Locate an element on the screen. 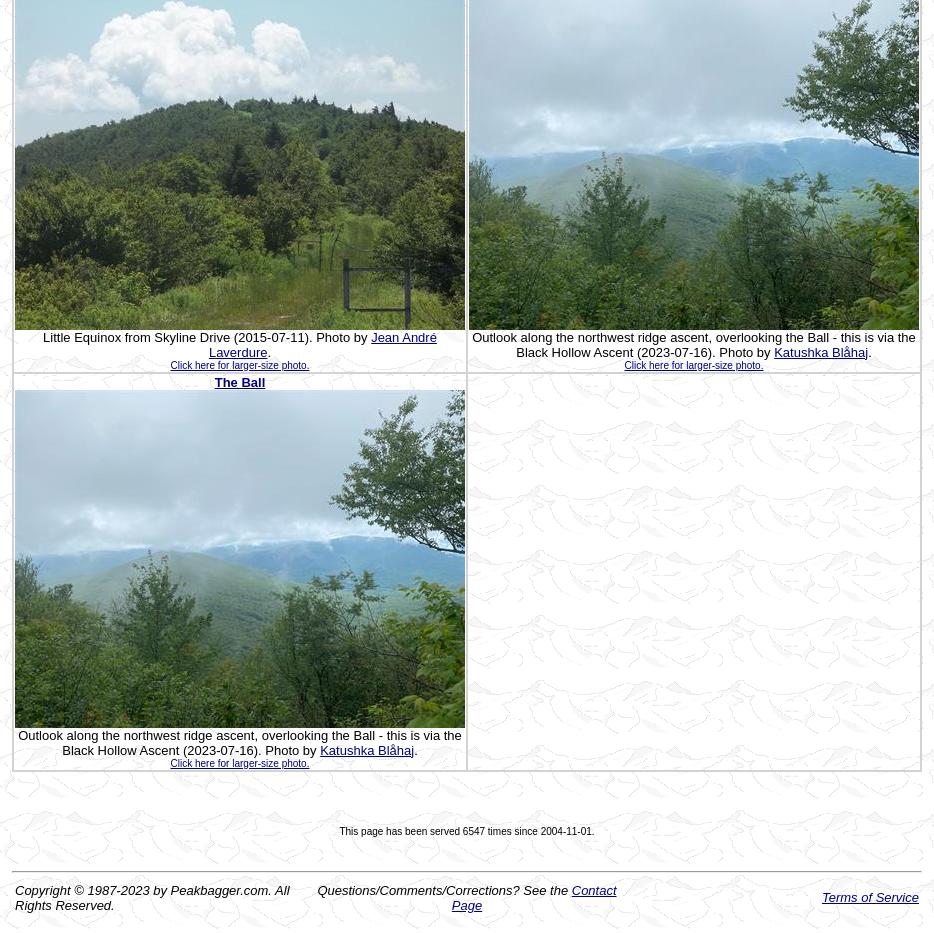 This screenshot has width=934, height=933. 'This page has been served 6547 times since 2004-11-01.' is located at coordinates (466, 829).